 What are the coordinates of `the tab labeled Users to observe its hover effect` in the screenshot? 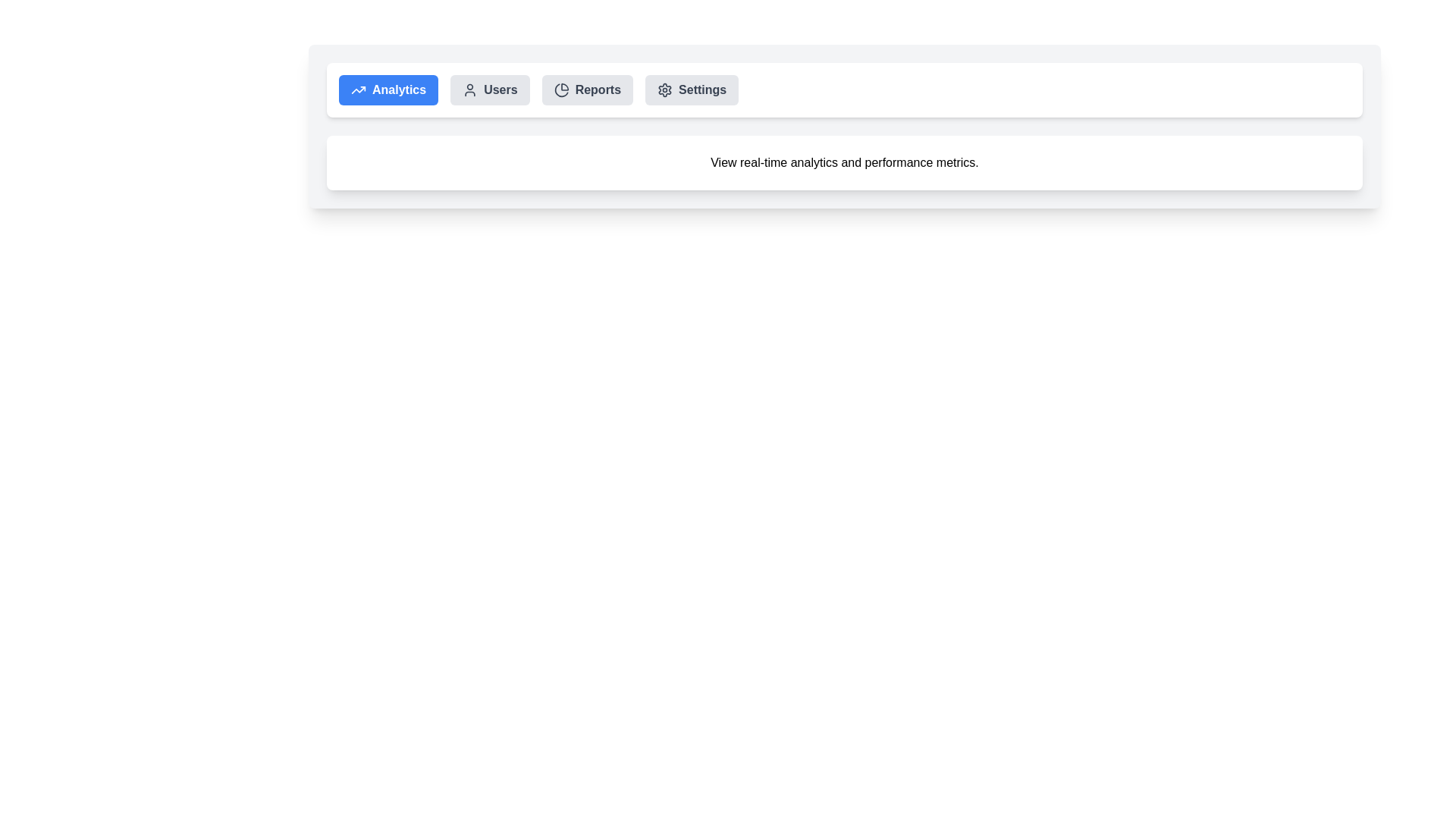 It's located at (490, 90).